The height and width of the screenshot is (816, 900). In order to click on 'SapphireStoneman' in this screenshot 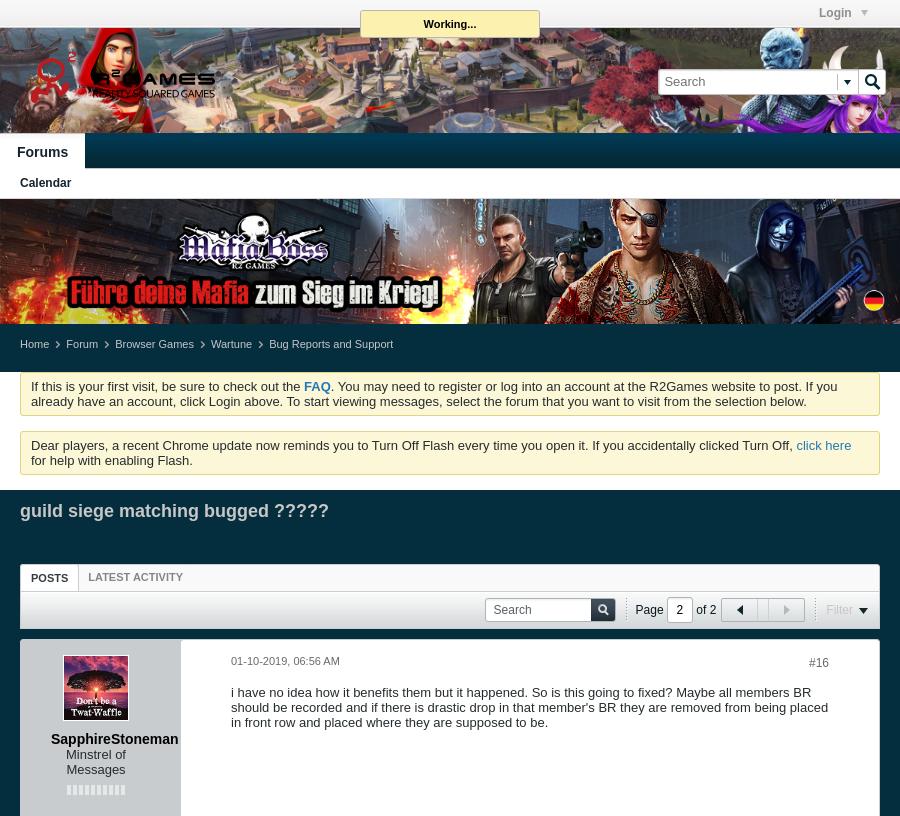, I will do `click(114, 737)`.